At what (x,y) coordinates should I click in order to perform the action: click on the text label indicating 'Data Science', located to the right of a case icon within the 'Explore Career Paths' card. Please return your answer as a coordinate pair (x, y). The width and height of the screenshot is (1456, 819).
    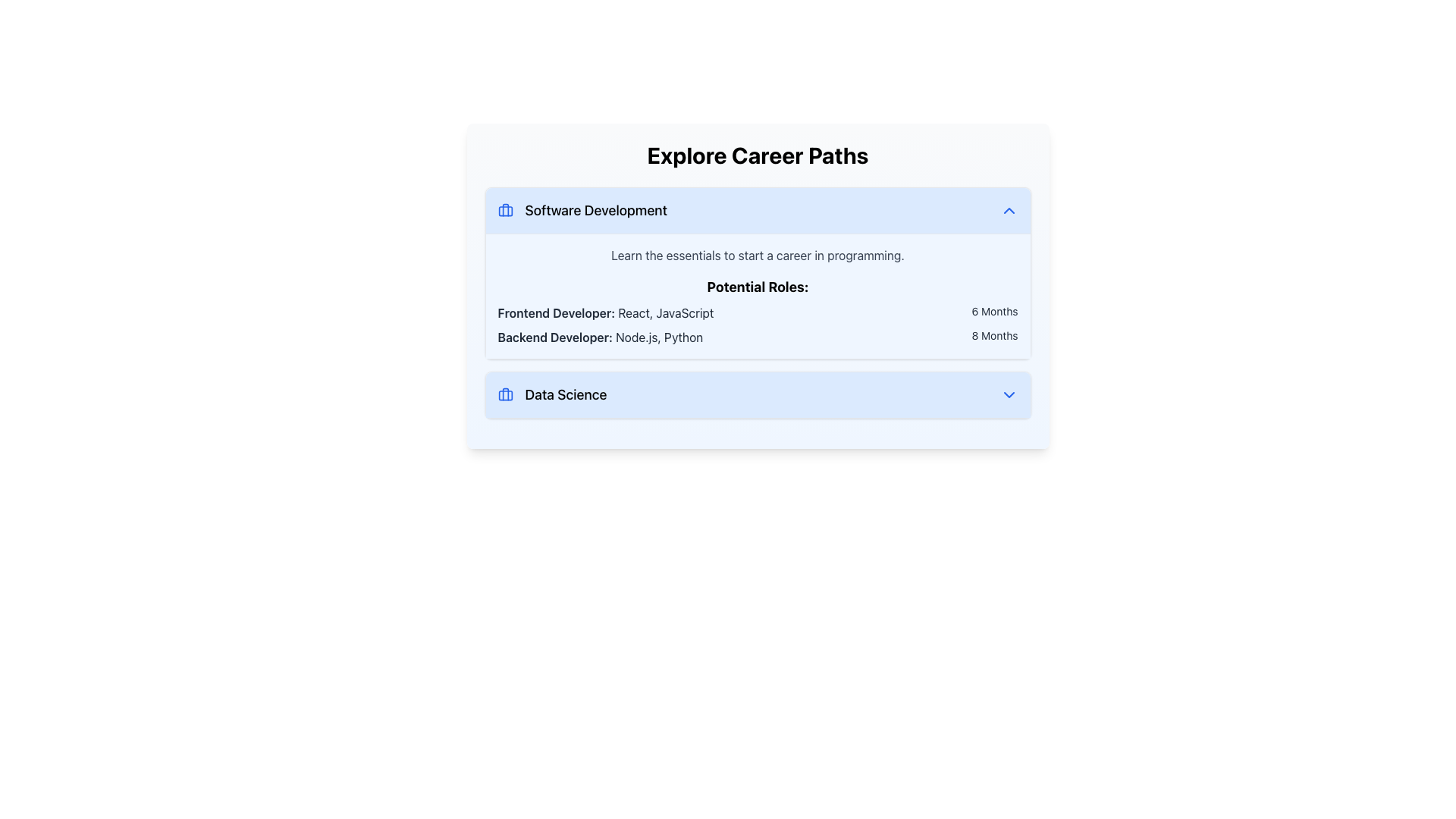
    Looking at the image, I should click on (565, 394).